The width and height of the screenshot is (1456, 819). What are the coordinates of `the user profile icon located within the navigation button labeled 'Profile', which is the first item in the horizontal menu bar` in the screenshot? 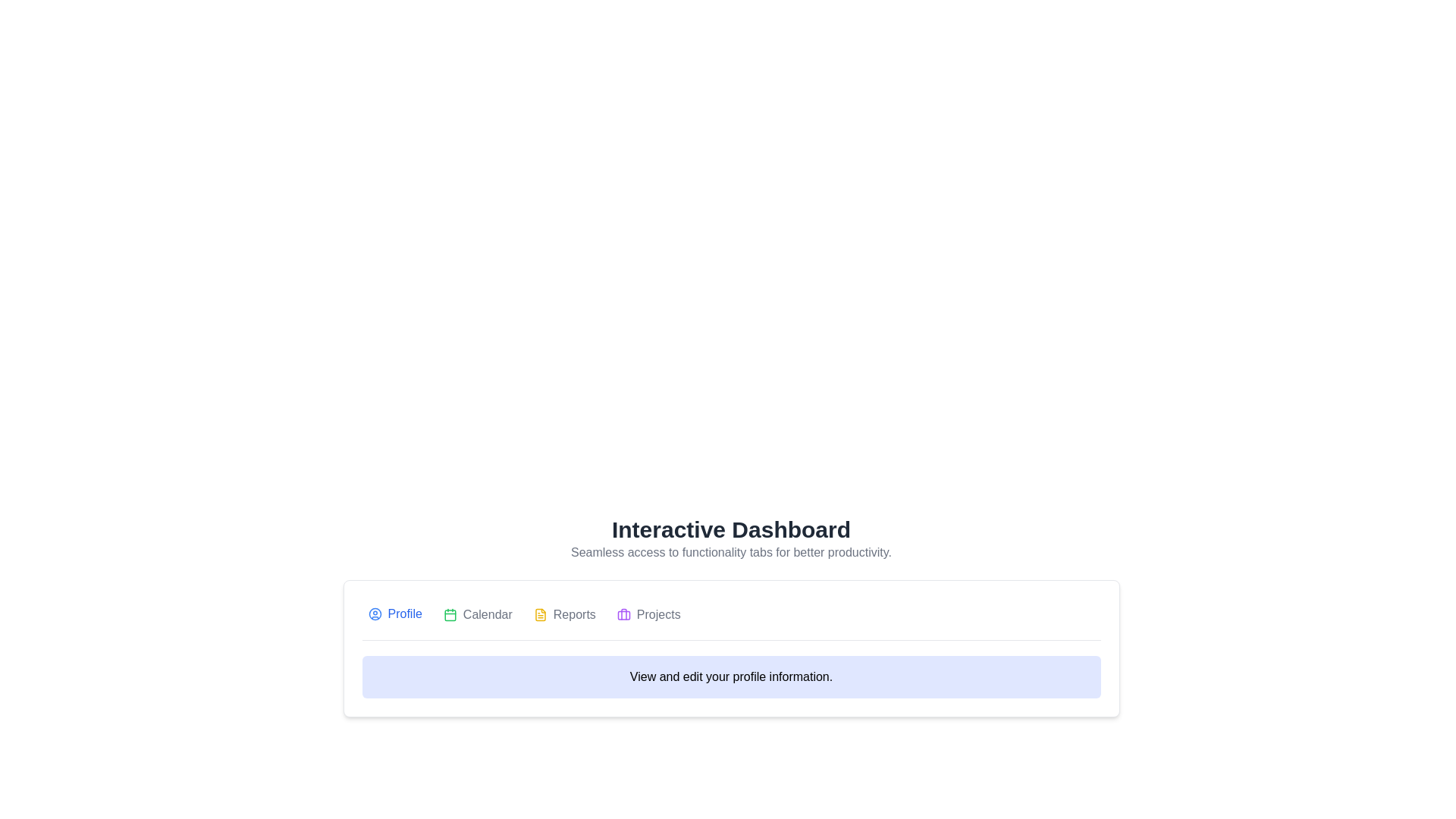 It's located at (375, 614).